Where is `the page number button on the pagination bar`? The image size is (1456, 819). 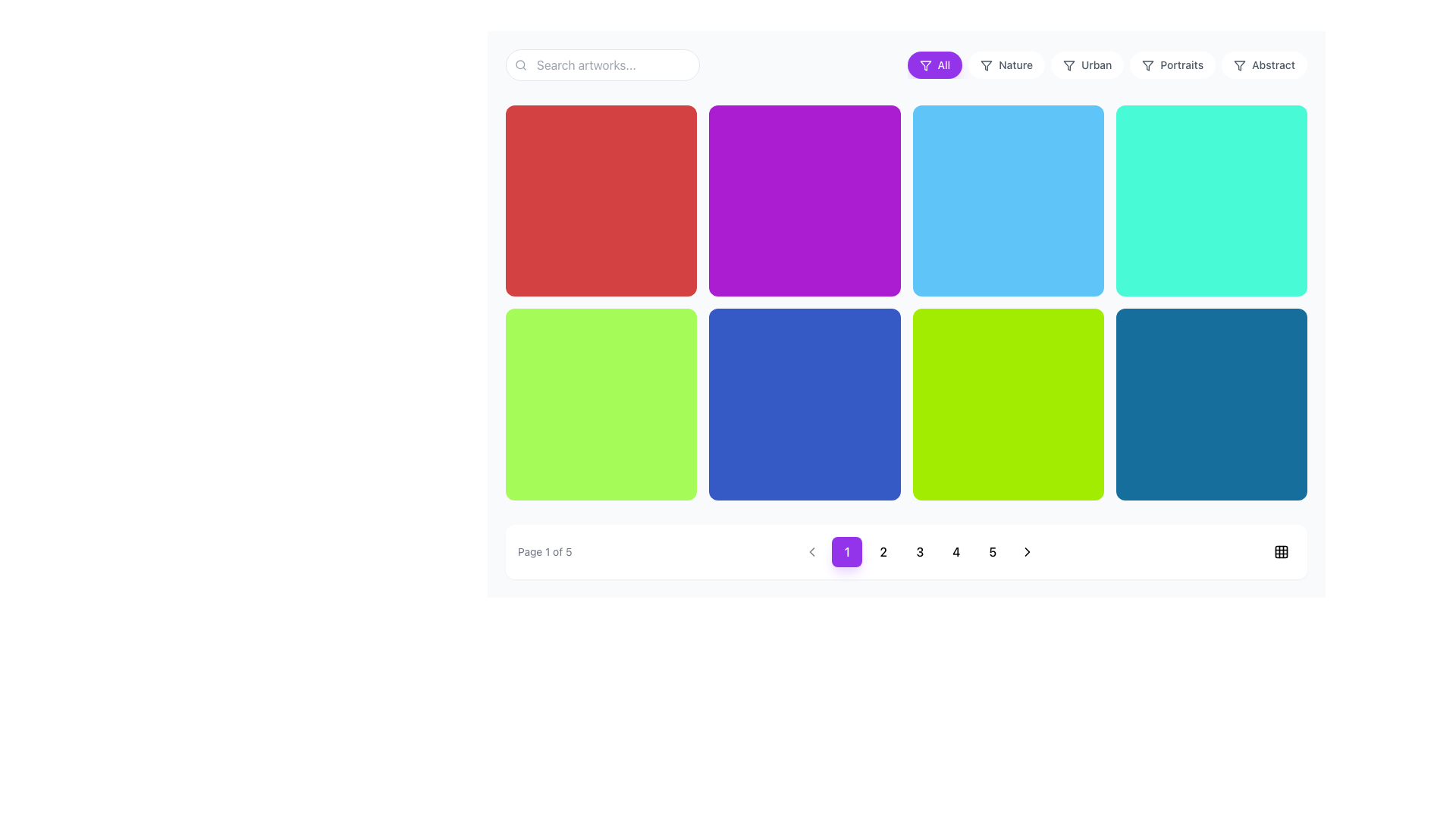 the page number button on the pagination bar is located at coordinates (906, 551).